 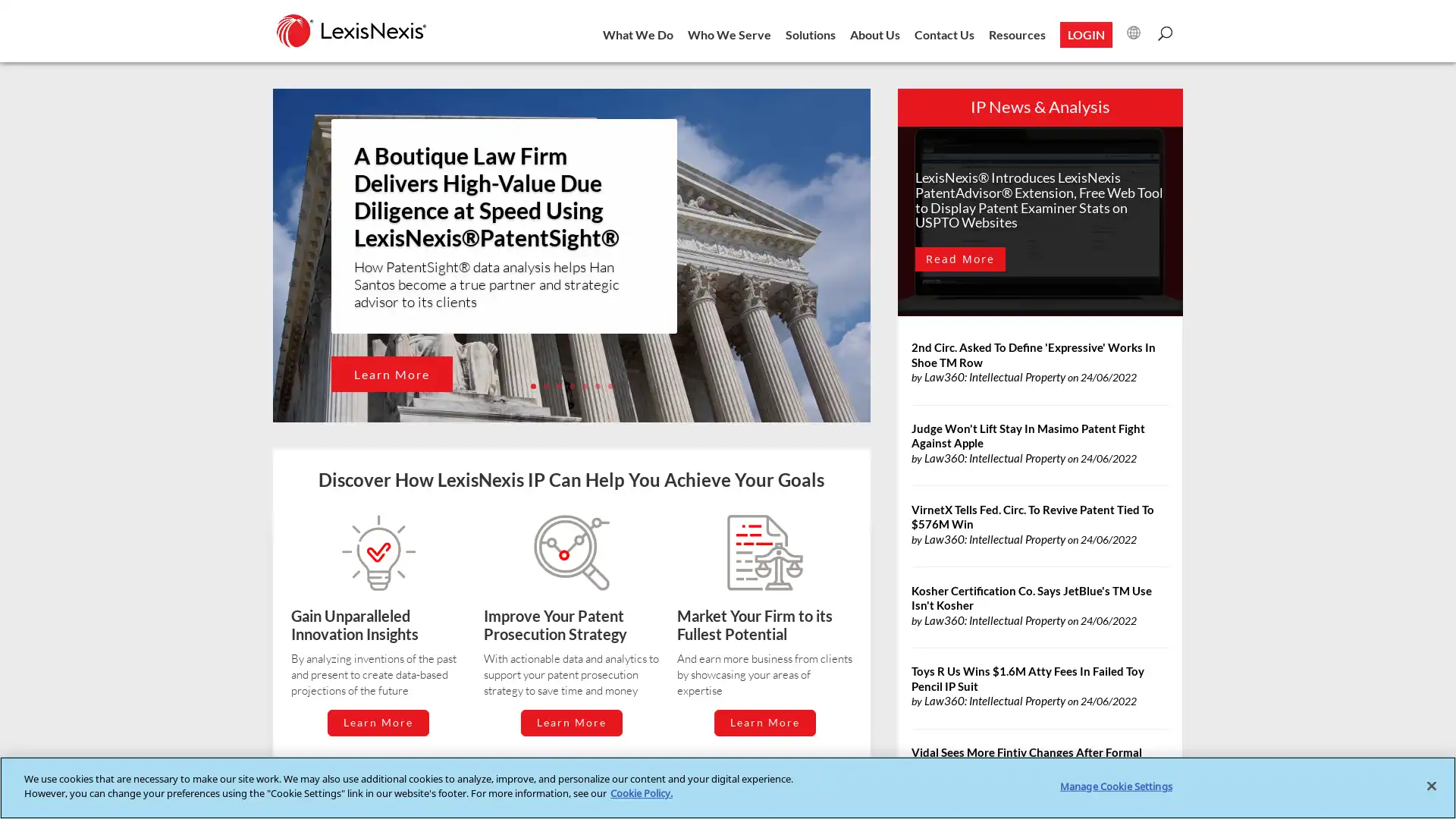 I want to click on Manage Cookie Settings, so click(x=1115, y=786).